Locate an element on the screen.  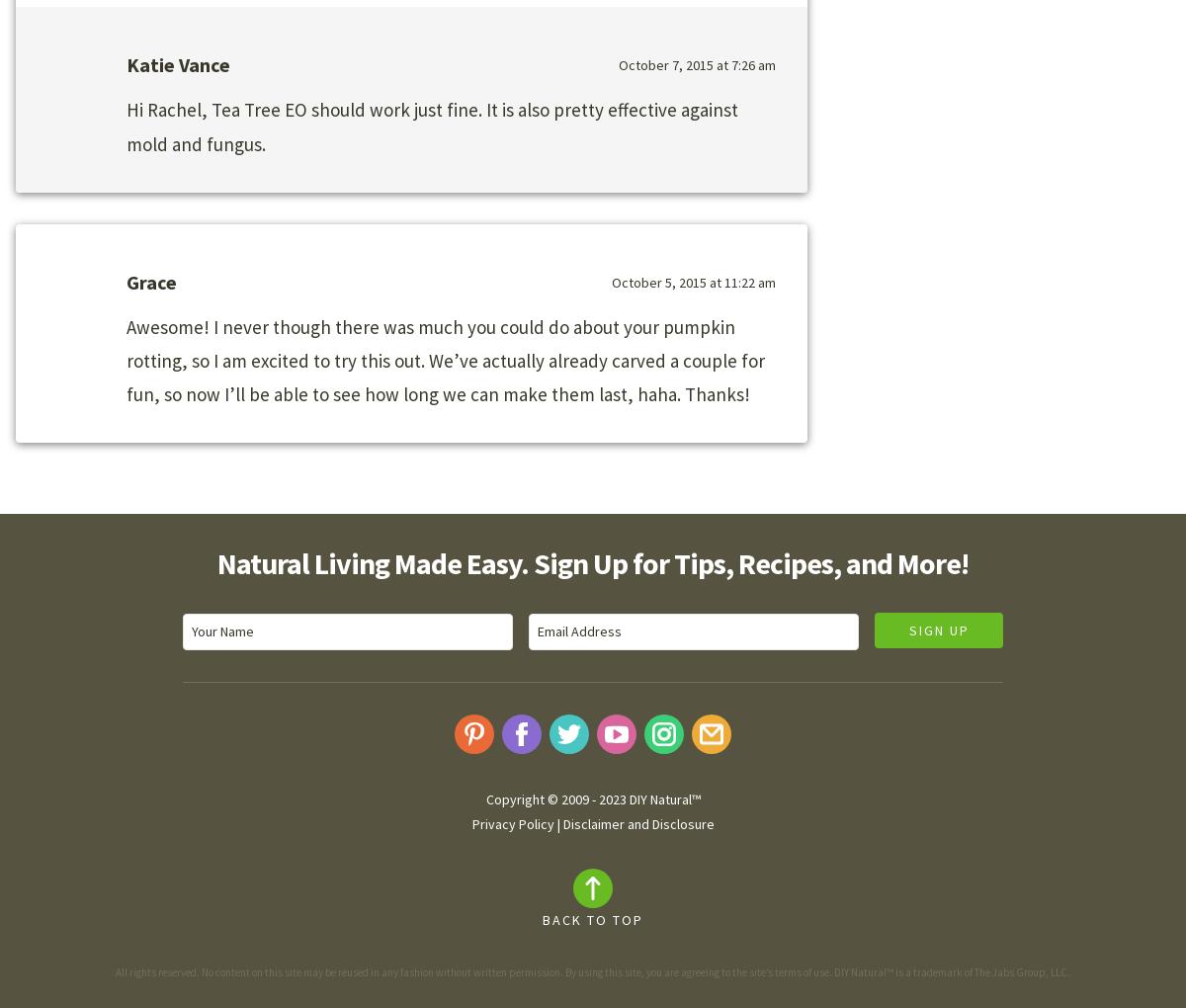
'Hi Rachel, Tea Tree EO should work just fine. It is also pretty effective against mold and fungus.' is located at coordinates (127, 126).